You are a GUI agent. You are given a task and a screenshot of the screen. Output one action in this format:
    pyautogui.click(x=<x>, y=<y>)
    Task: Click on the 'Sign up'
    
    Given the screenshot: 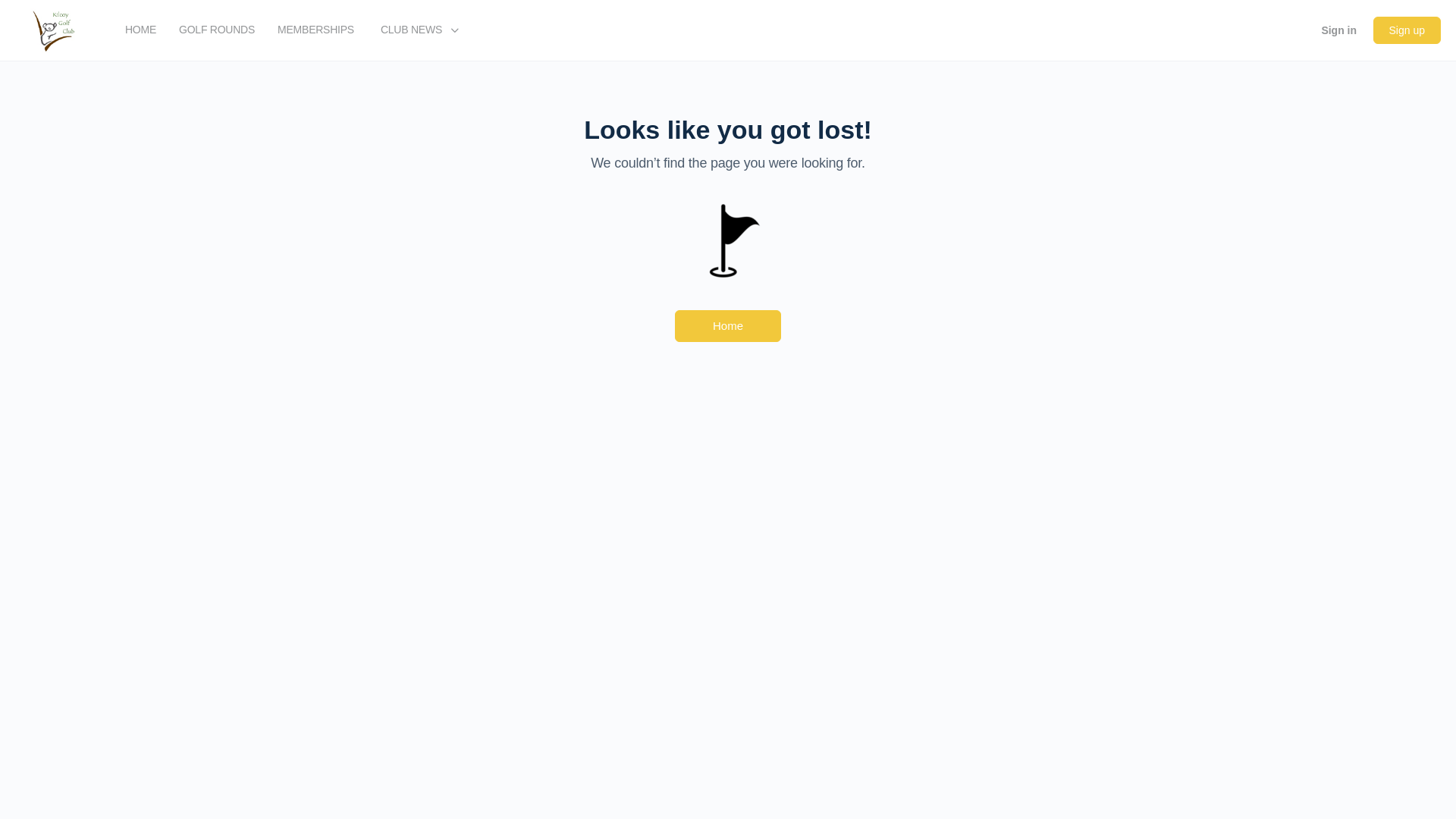 What is the action you would take?
    pyautogui.click(x=1406, y=30)
    